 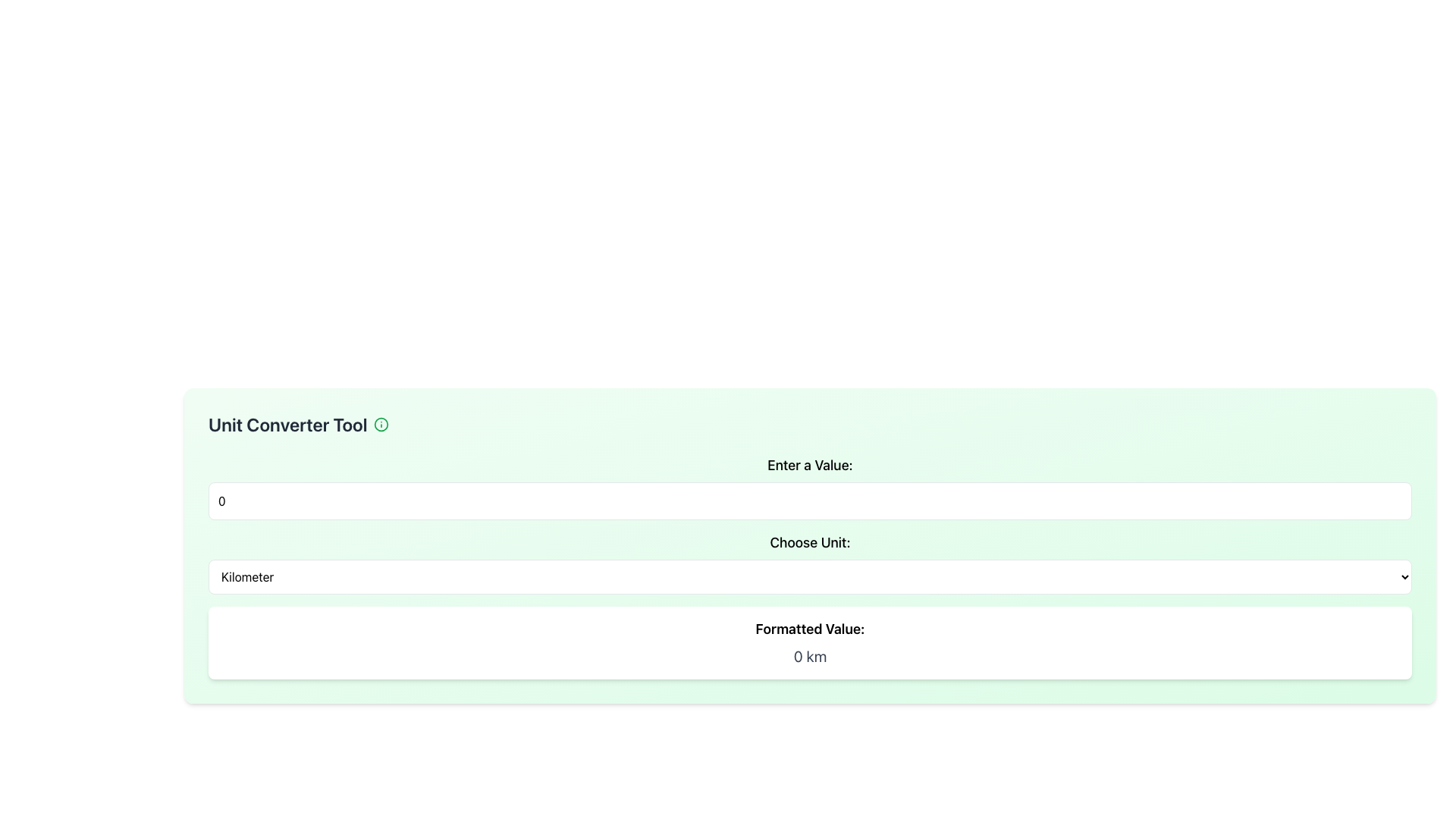 I want to click on the green circular icon resembling an information symbol, located to the right of the 'Unit Converter Tool' text in the header, so click(x=381, y=424).